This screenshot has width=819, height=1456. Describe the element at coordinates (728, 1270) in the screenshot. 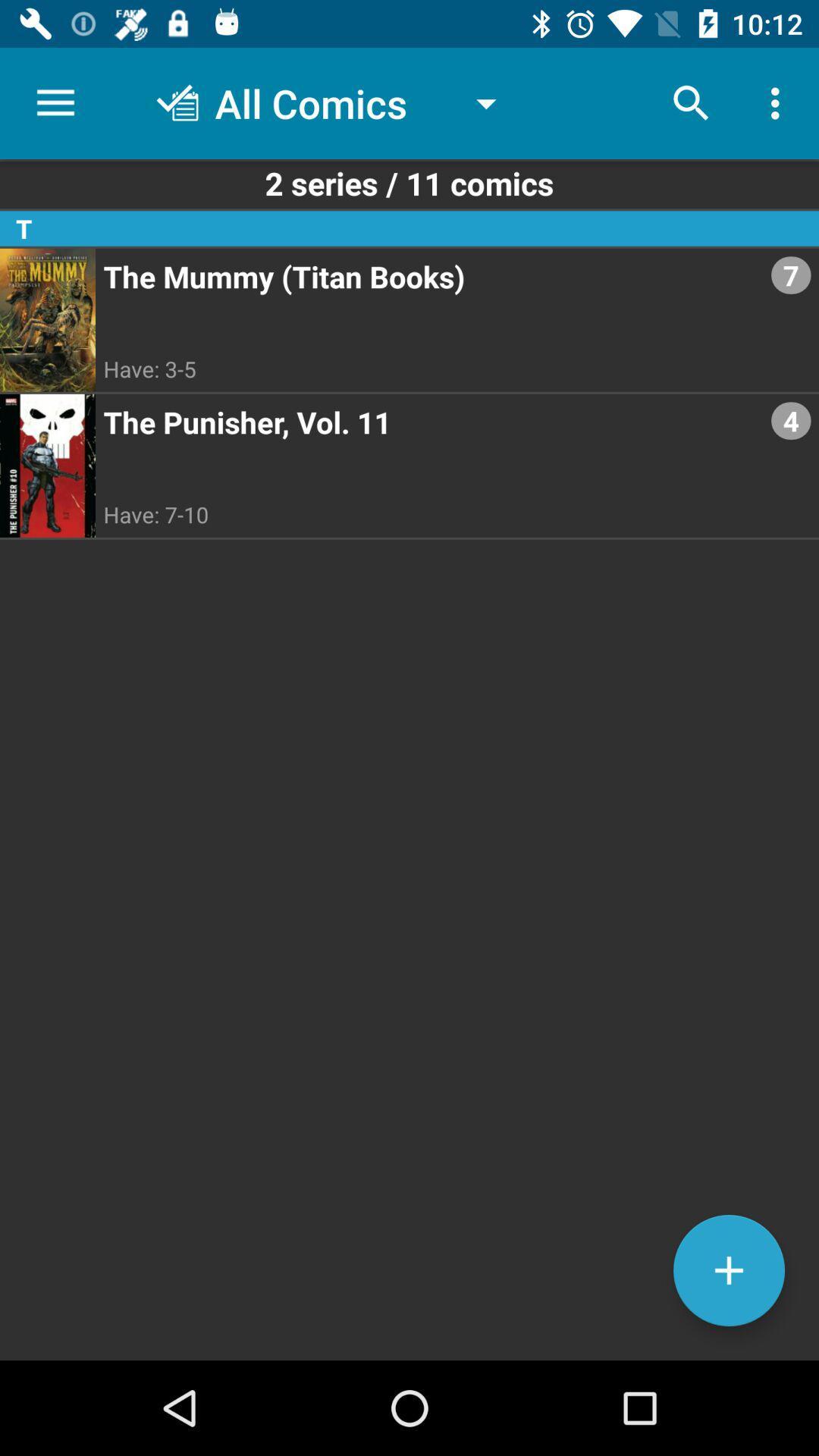

I see `all contact open` at that location.